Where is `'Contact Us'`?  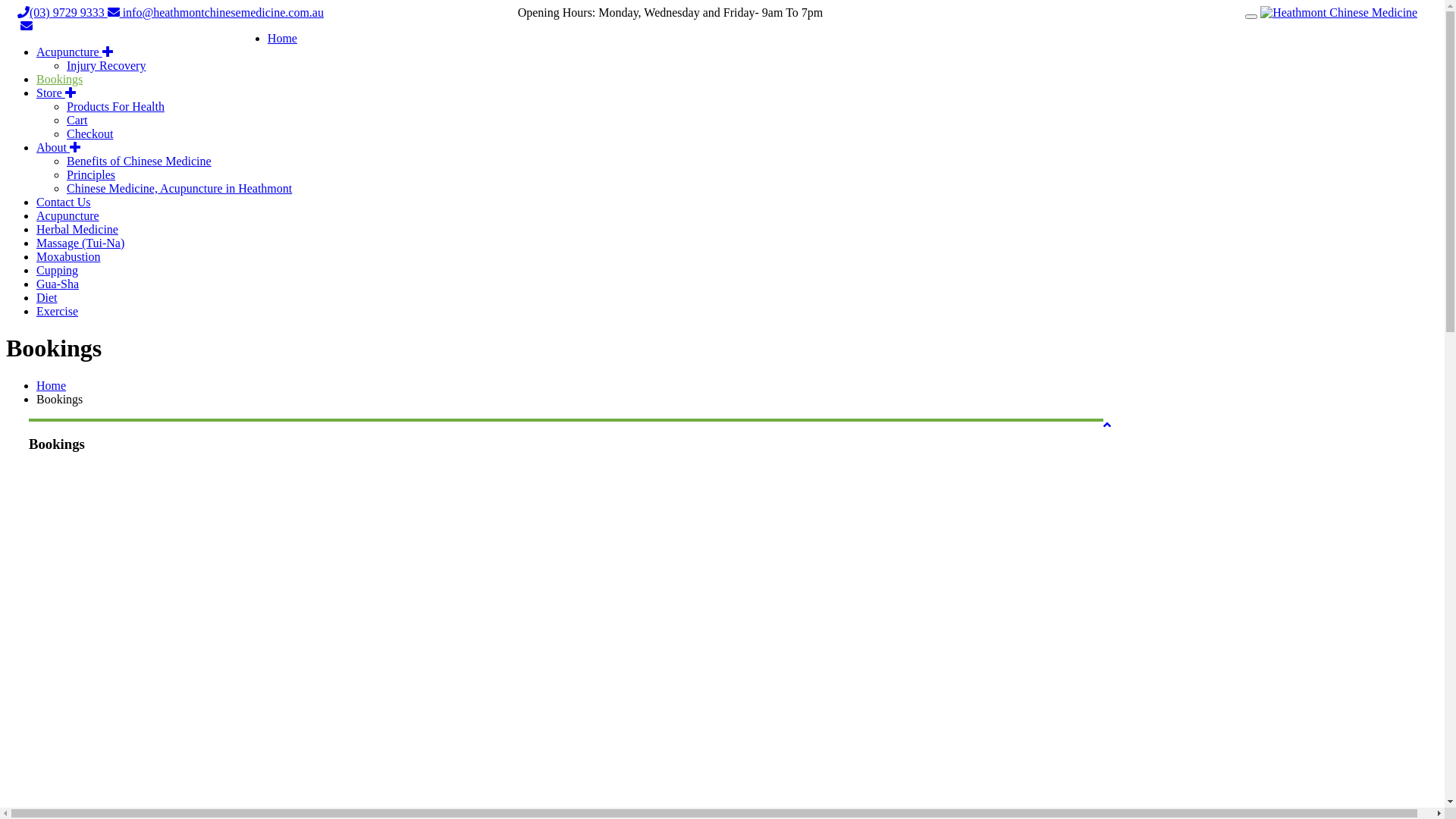 'Contact Us' is located at coordinates (36, 201).